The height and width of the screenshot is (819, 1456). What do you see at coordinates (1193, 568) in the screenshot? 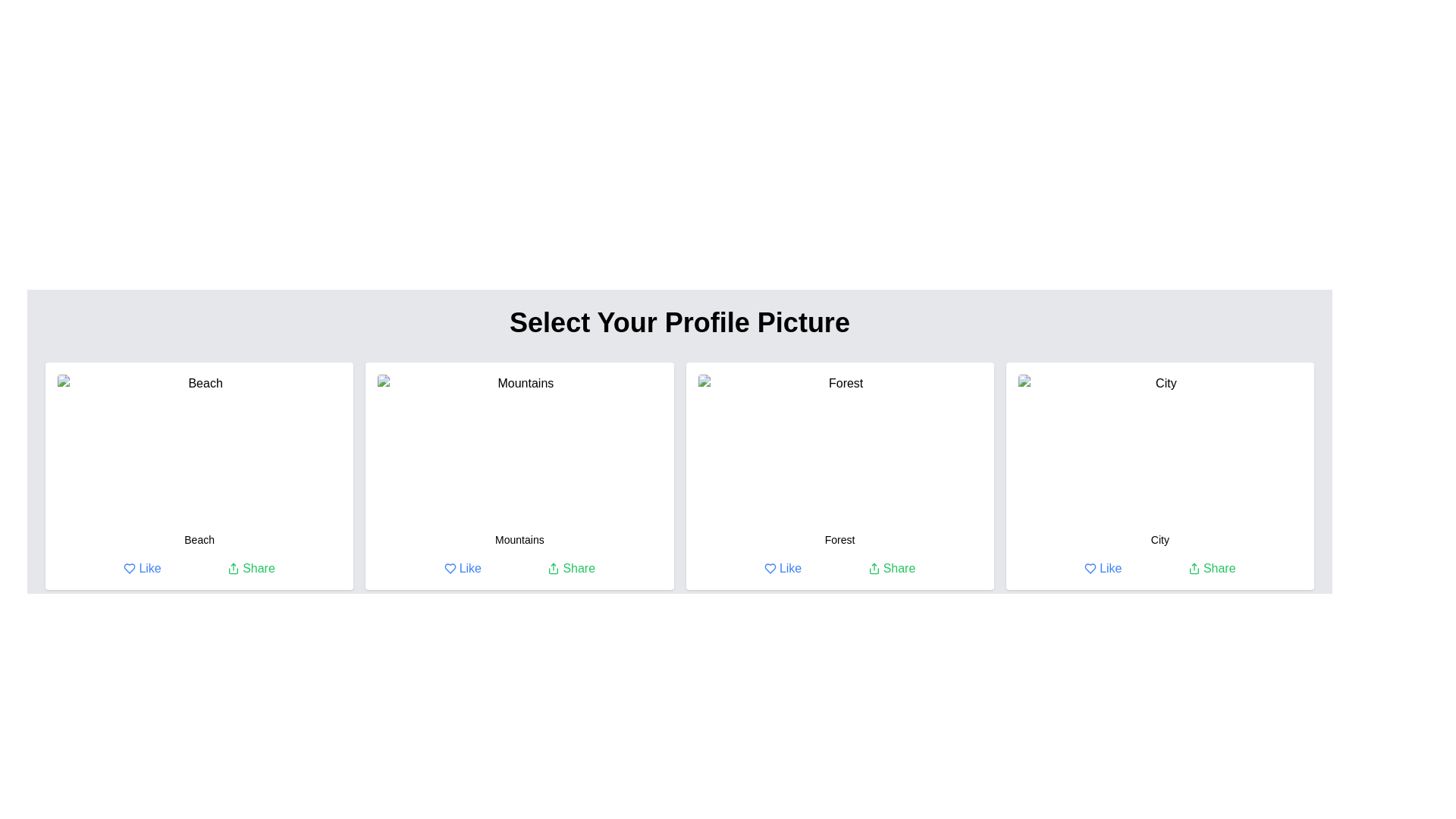
I see `the Share icon located within the Share button of the fourth item in a horizontally arranged grid of options, positioned to the right of the Like icon` at bounding box center [1193, 568].